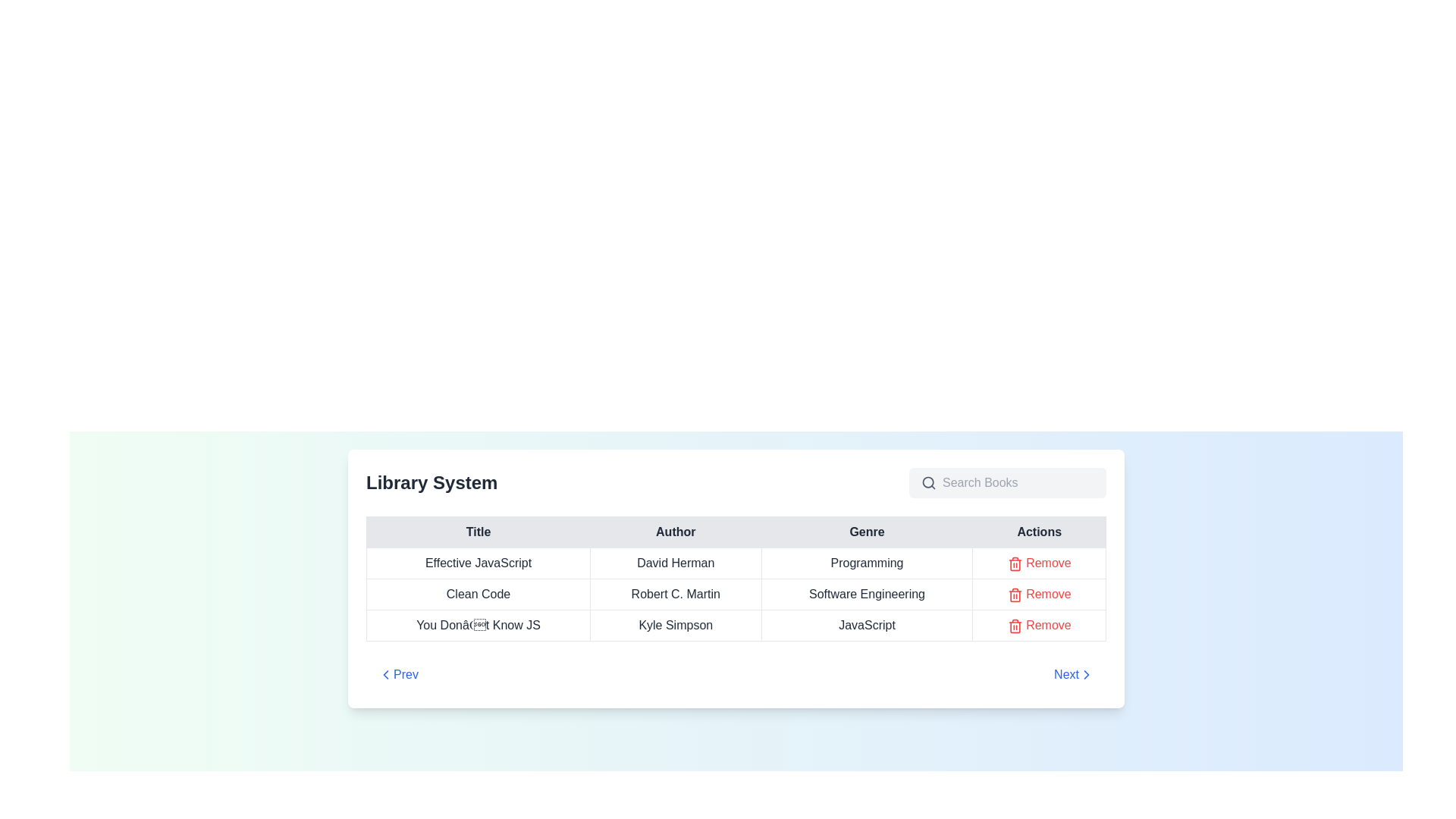 The height and width of the screenshot is (819, 1456). I want to click on the left-facing chevron icon located in the bottom section of the interface, so click(385, 674).